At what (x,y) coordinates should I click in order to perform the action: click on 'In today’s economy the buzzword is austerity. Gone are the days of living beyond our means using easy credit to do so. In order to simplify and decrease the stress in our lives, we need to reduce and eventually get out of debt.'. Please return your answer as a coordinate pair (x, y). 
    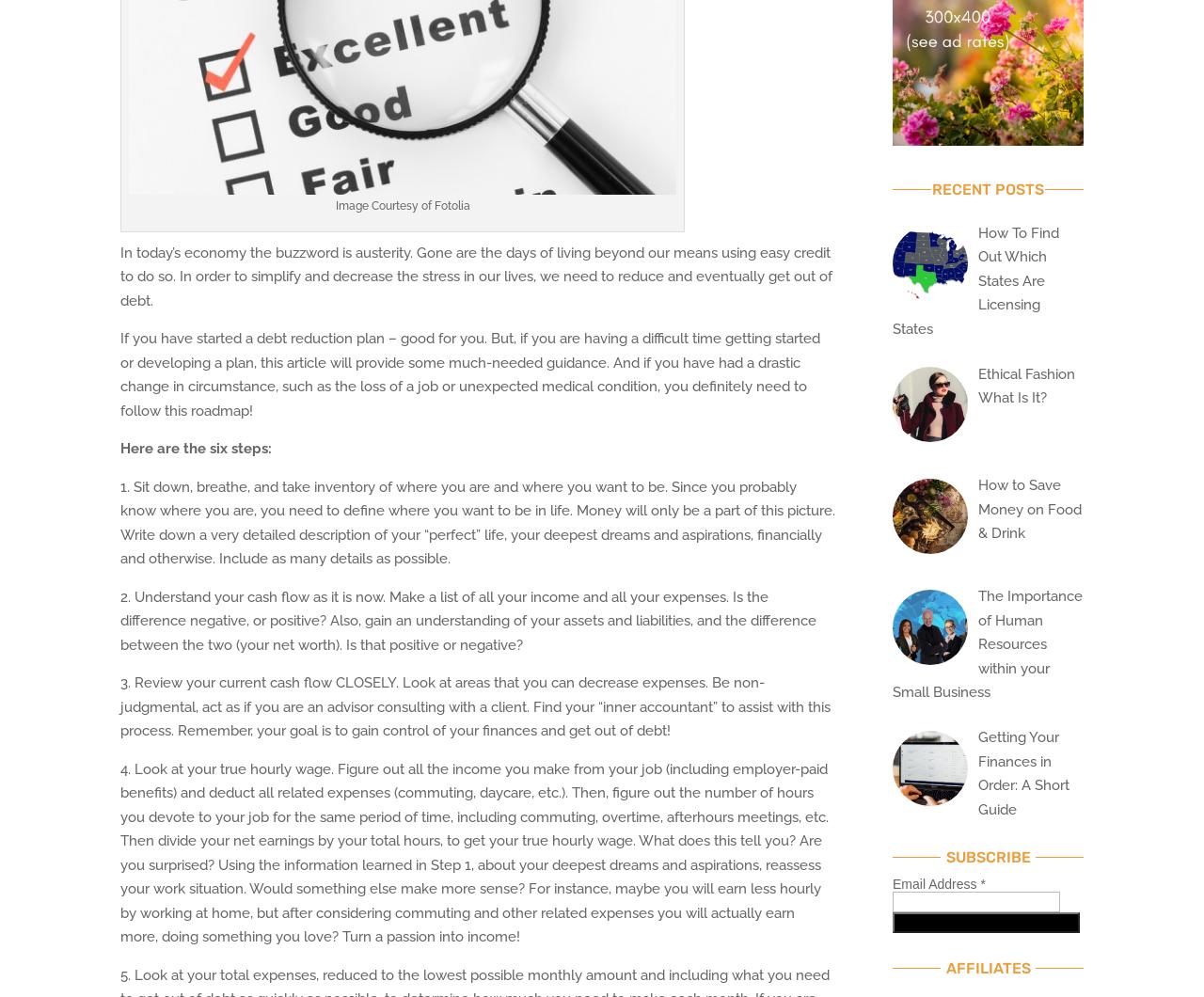
    Looking at the image, I should click on (476, 276).